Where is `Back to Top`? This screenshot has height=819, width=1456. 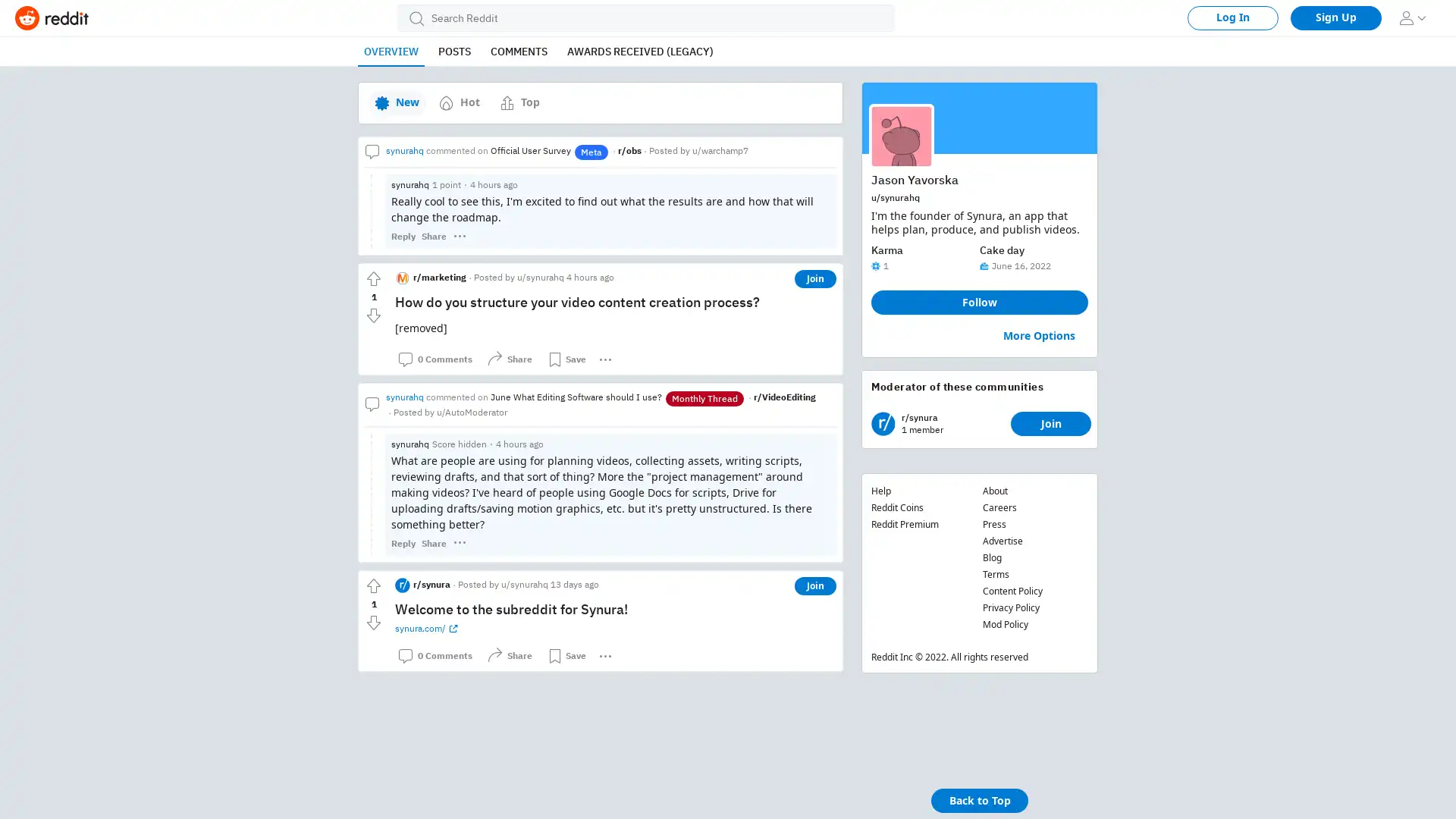 Back to Top is located at coordinates (979, 800).